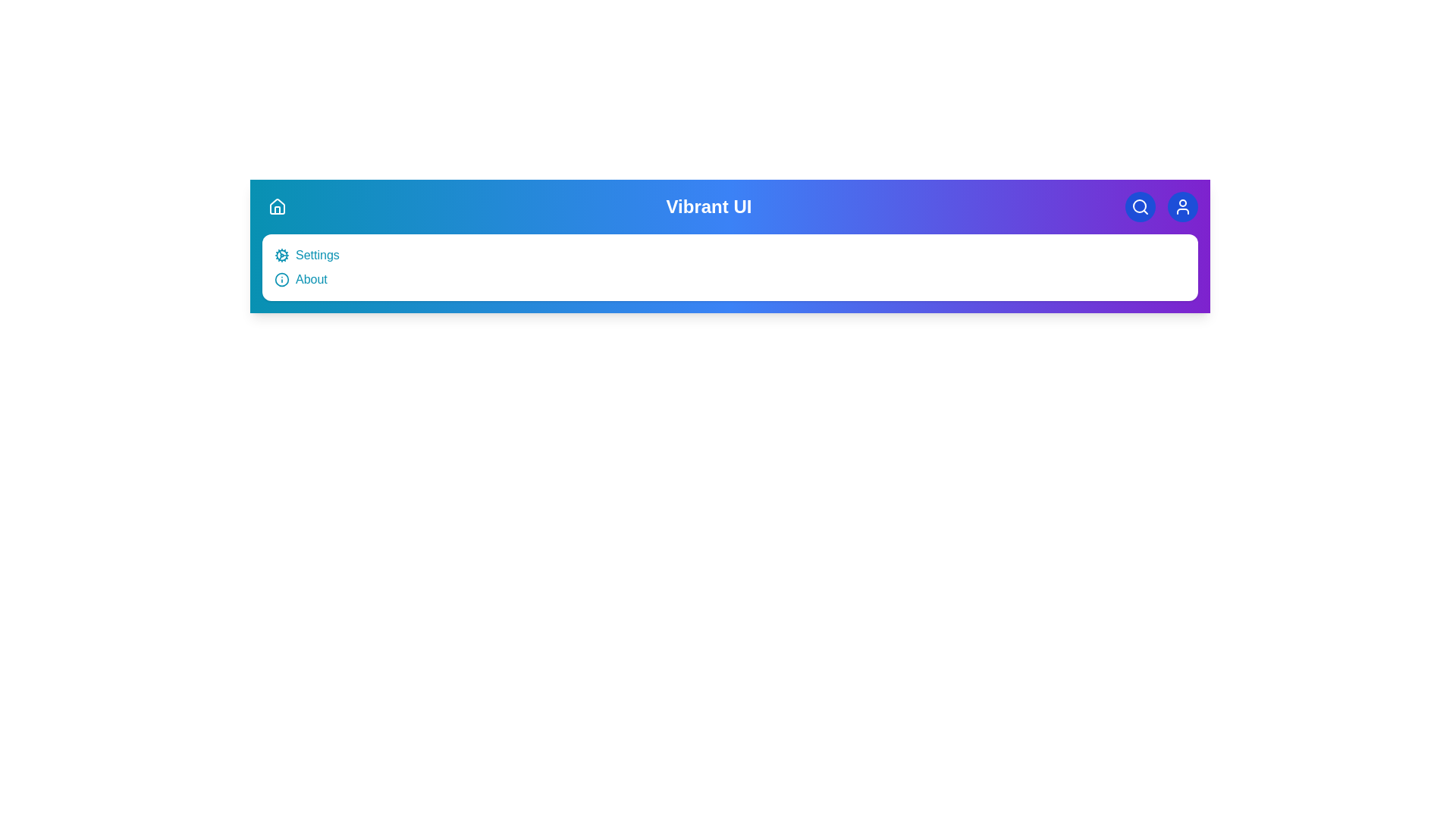 The width and height of the screenshot is (1456, 819). I want to click on the 'Settings' menu item to open the settings view, so click(316, 254).